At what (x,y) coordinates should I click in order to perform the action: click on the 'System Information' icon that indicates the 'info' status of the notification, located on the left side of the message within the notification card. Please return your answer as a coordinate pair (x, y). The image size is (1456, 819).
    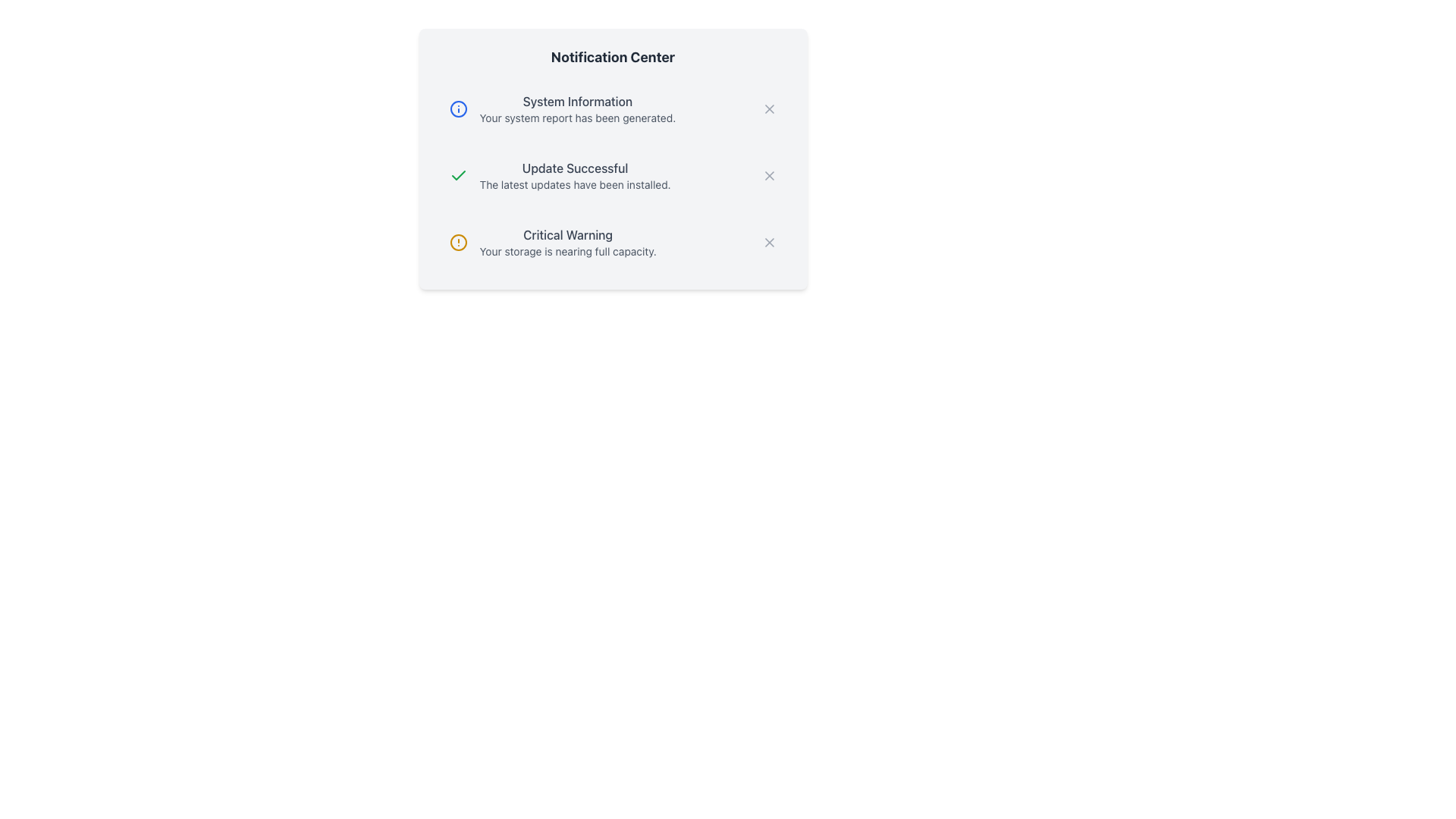
    Looking at the image, I should click on (457, 108).